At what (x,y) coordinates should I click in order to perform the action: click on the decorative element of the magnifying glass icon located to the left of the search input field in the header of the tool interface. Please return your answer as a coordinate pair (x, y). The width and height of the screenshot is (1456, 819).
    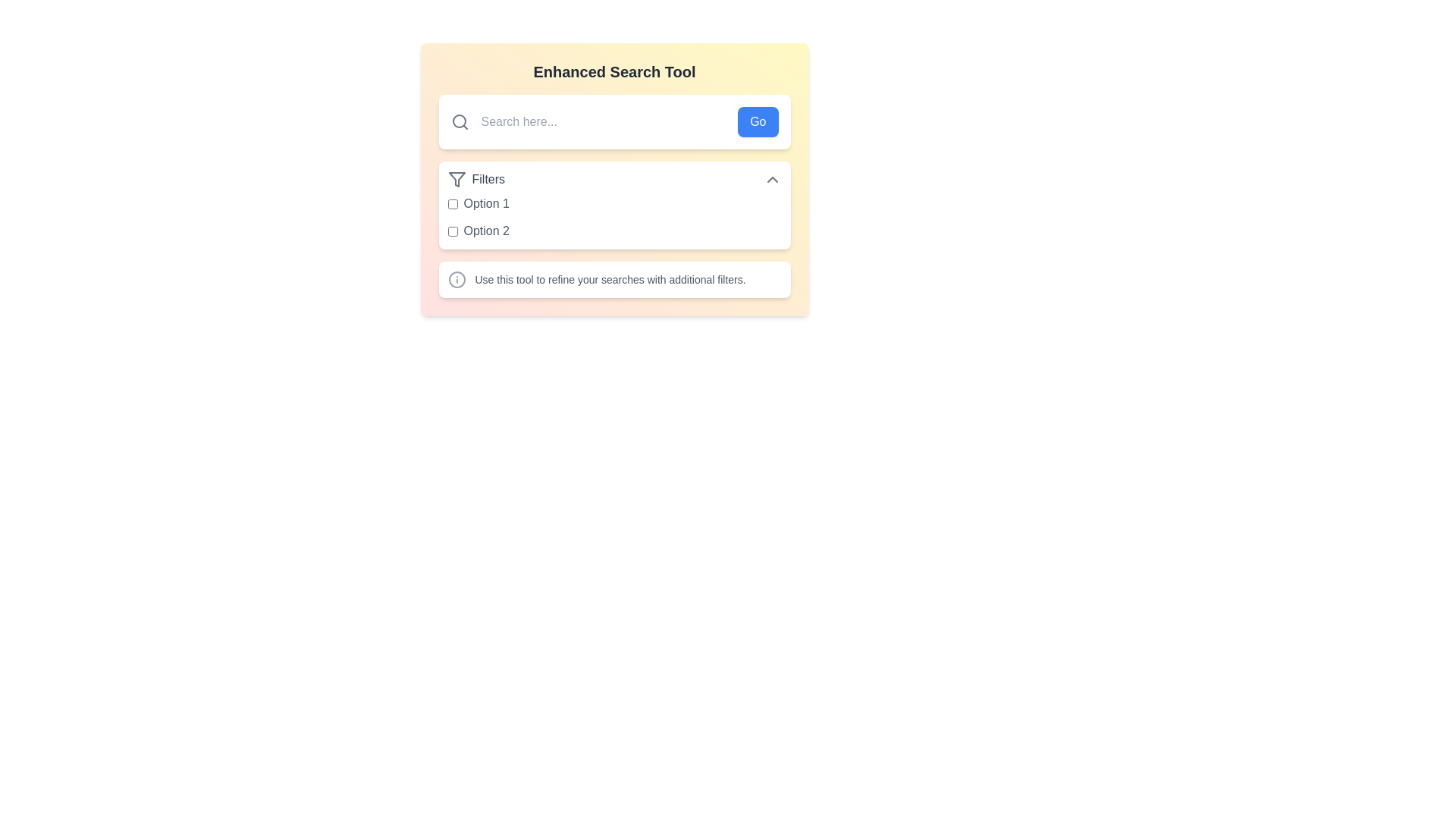
    Looking at the image, I should click on (458, 120).